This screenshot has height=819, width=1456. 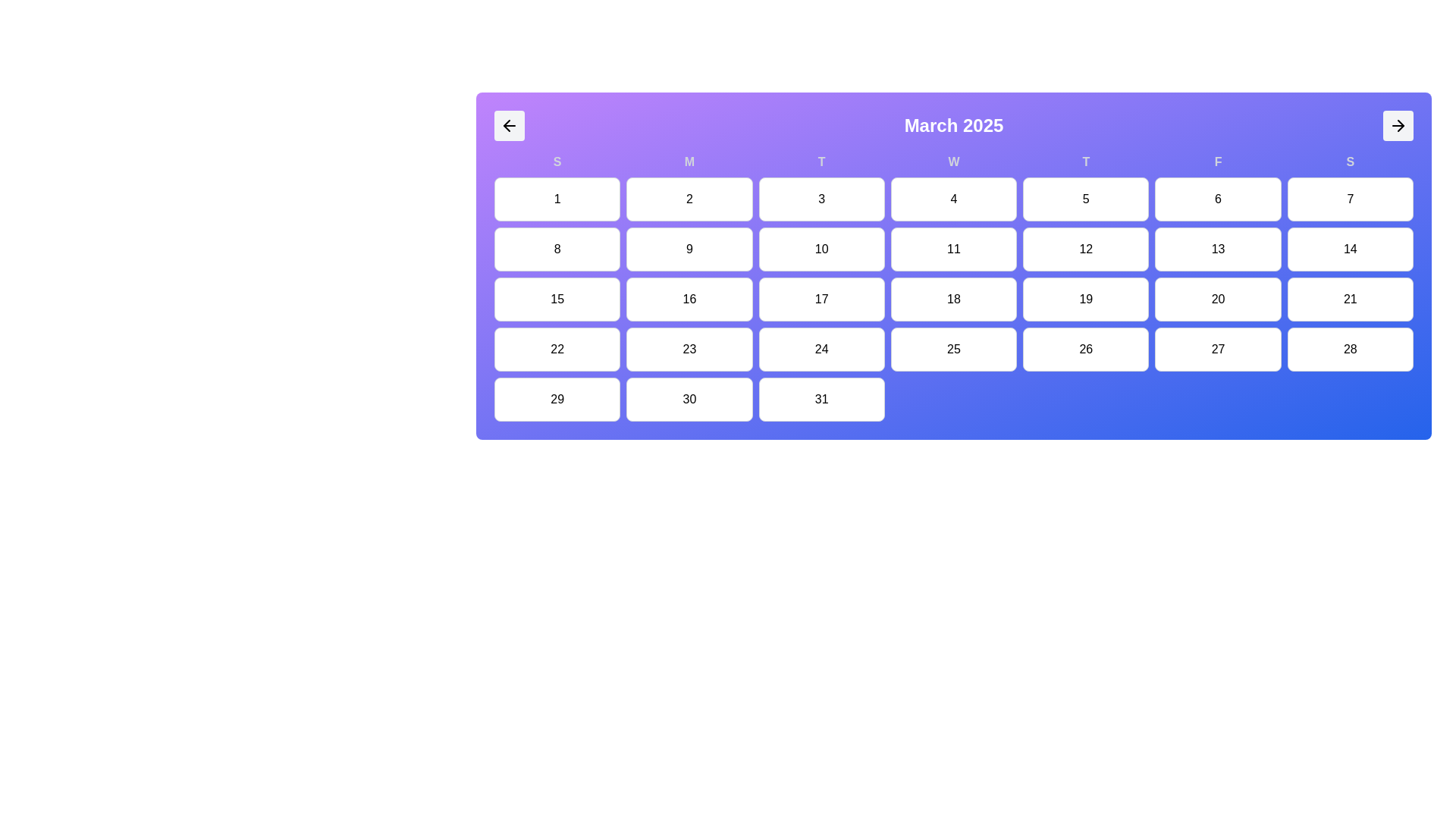 What do you see at coordinates (689, 248) in the screenshot?
I see `the button representing the ninth day` at bounding box center [689, 248].